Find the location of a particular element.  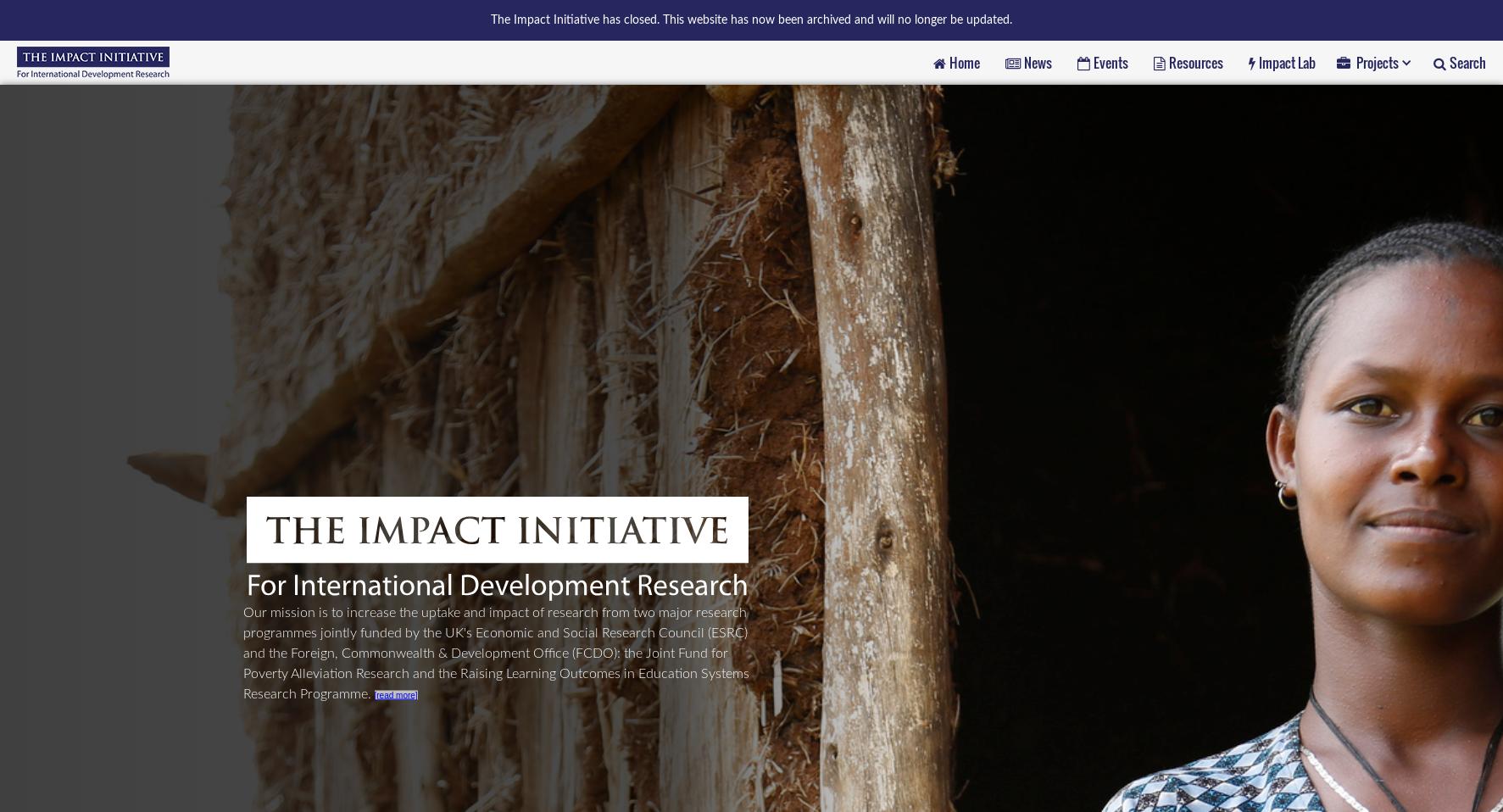

'News' is located at coordinates (1037, 60).